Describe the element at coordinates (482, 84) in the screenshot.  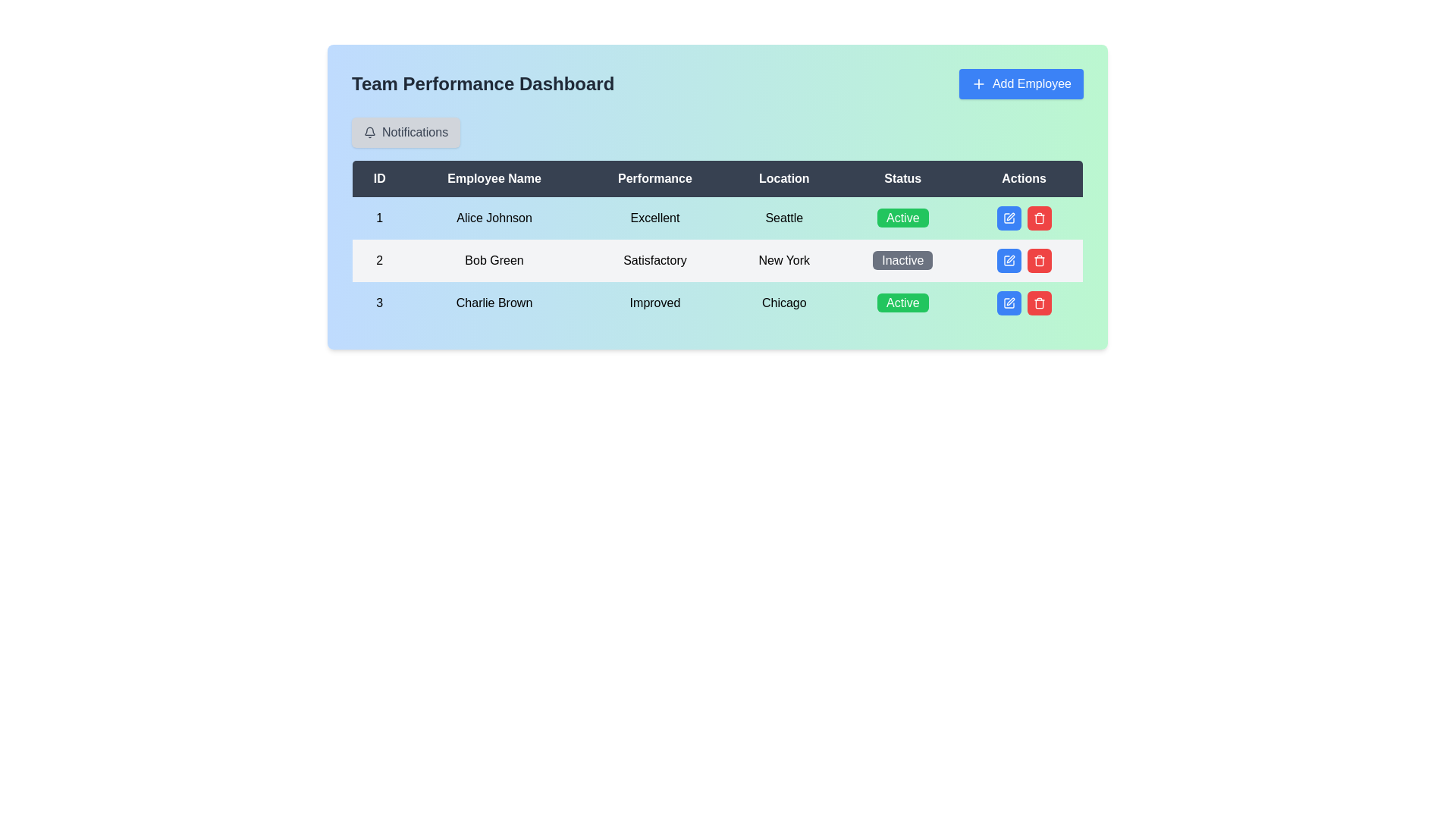
I see `the title or heading element that communicates the context of the team performance data, located at the top of the interface` at that location.